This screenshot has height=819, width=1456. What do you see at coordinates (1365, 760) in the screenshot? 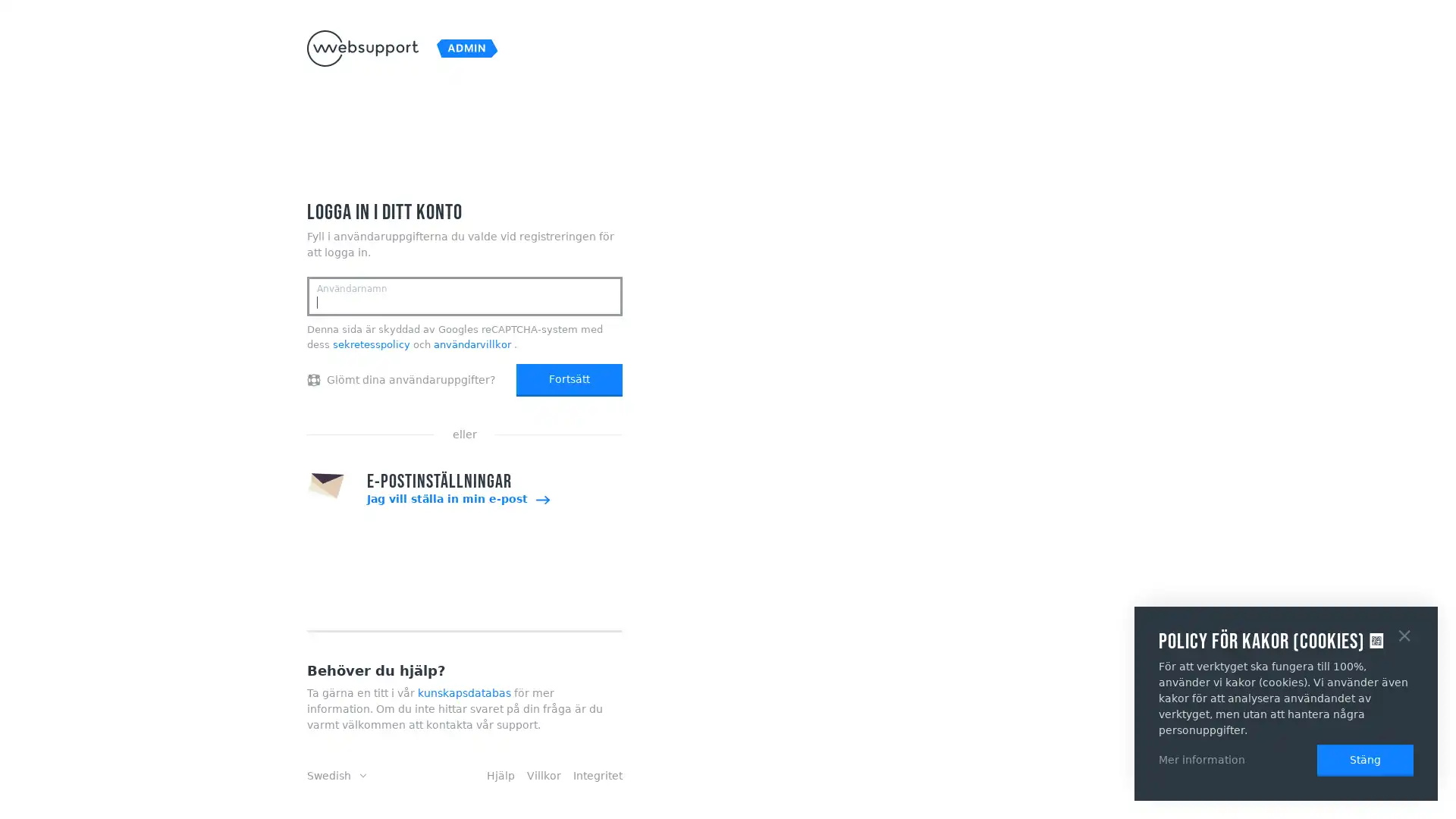
I see `Stang` at bounding box center [1365, 760].